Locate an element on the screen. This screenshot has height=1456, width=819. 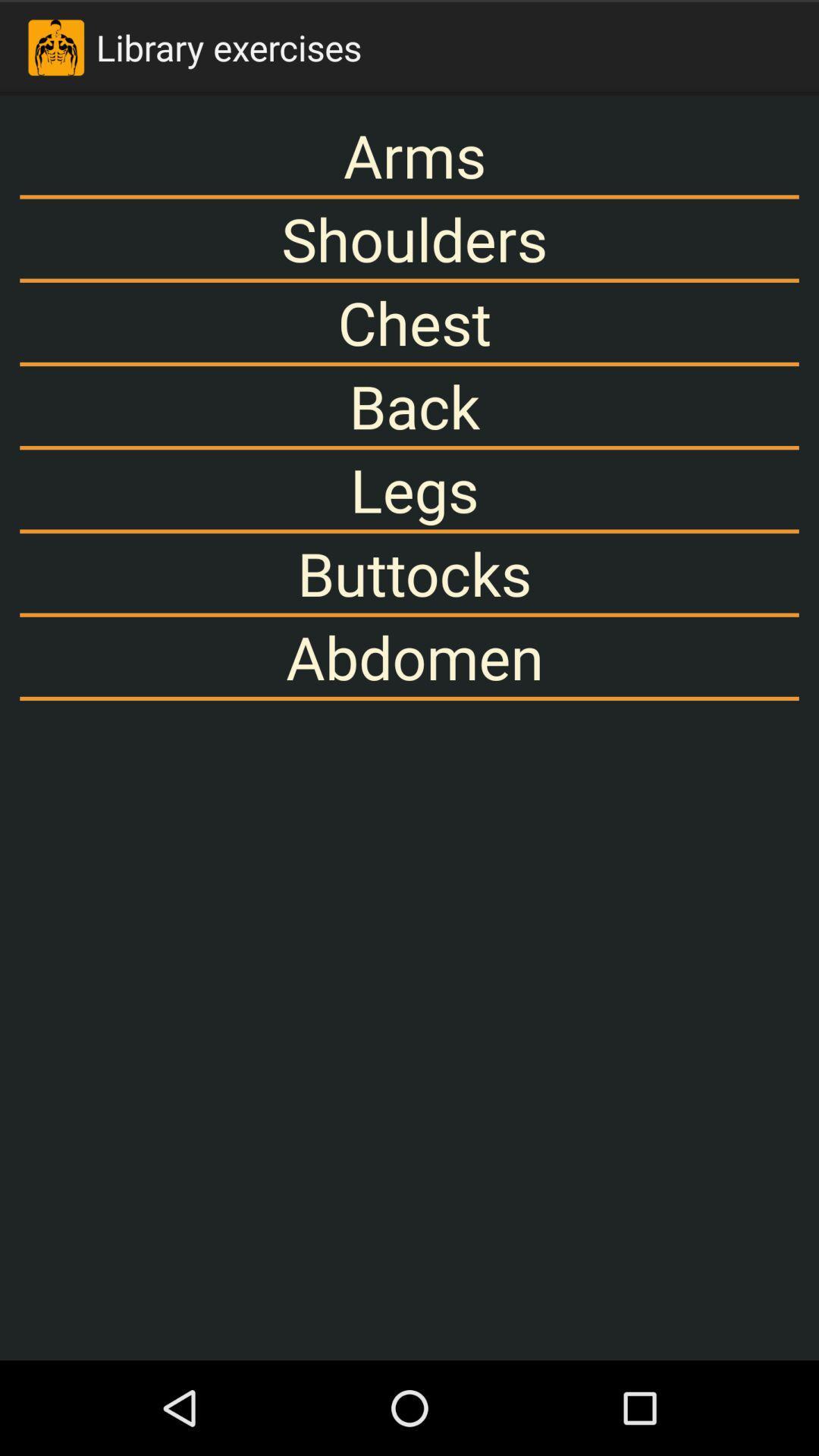
the shoulders app is located at coordinates (409, 238).